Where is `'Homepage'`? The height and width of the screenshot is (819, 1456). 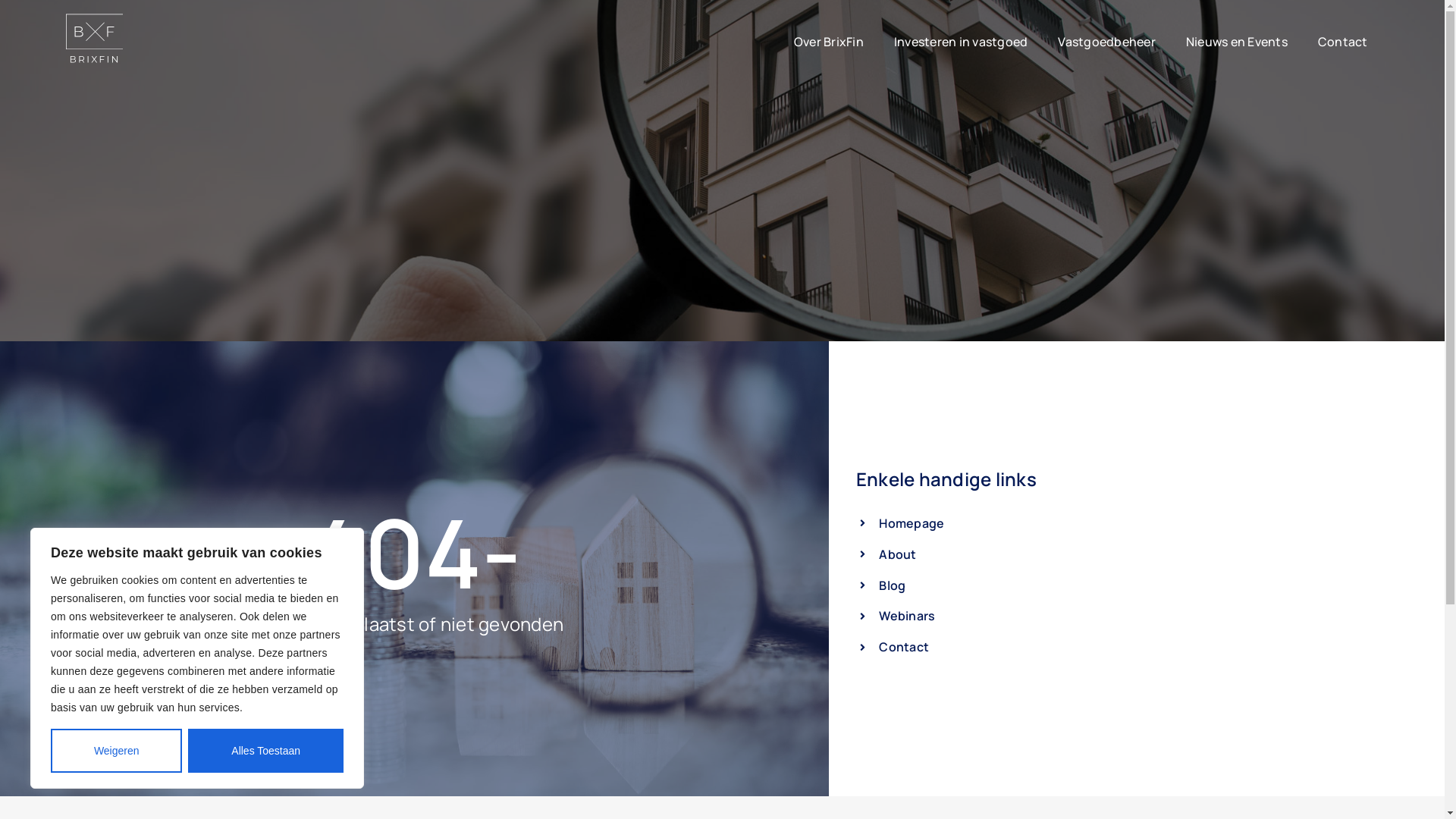 'Homepage' is located at coordinates (855, 522).